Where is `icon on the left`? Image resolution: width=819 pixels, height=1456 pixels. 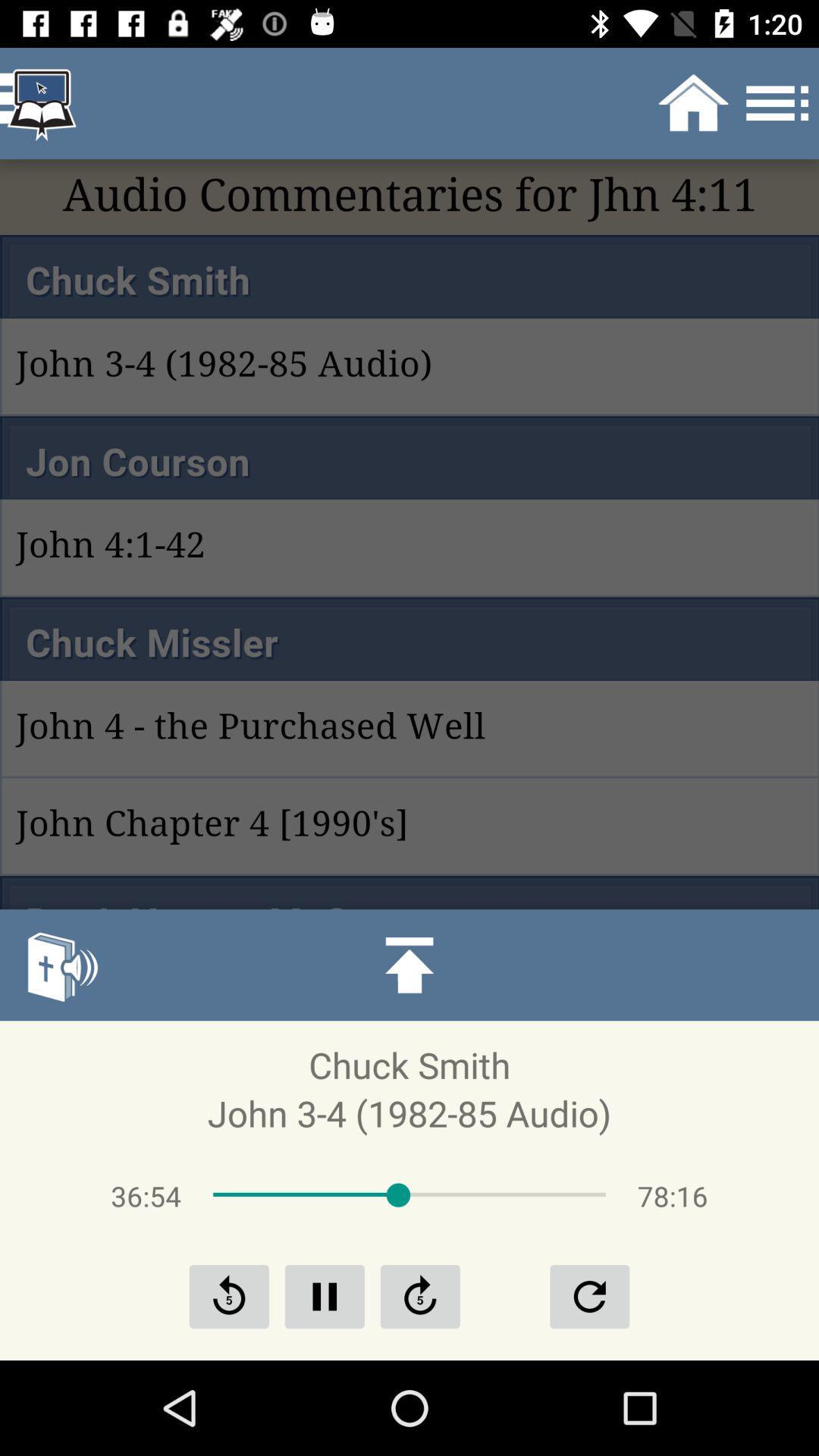 icon on the left is located at coordinates (61, 964).